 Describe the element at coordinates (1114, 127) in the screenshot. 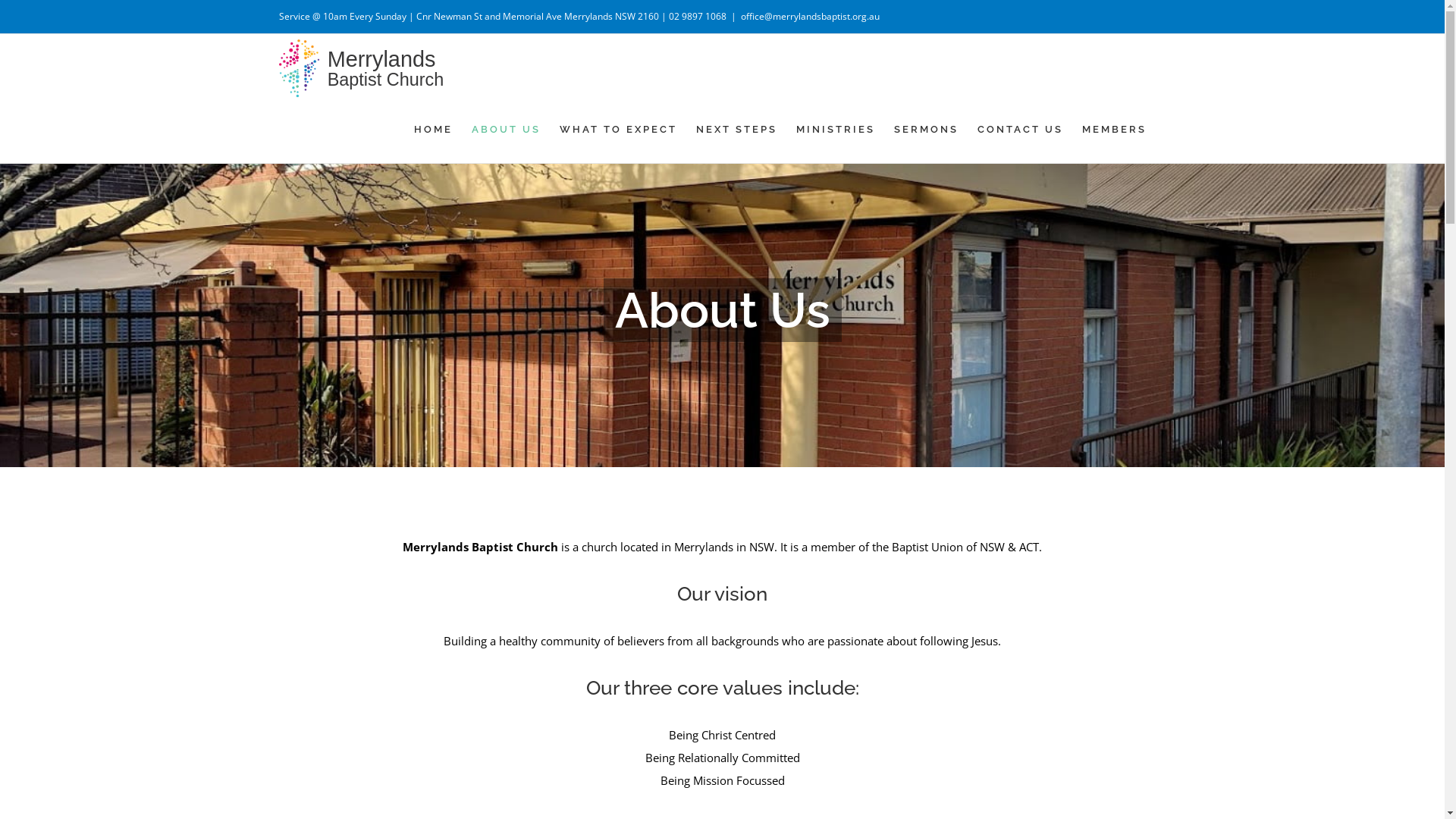

I see `'MEMBERS'` at that location.